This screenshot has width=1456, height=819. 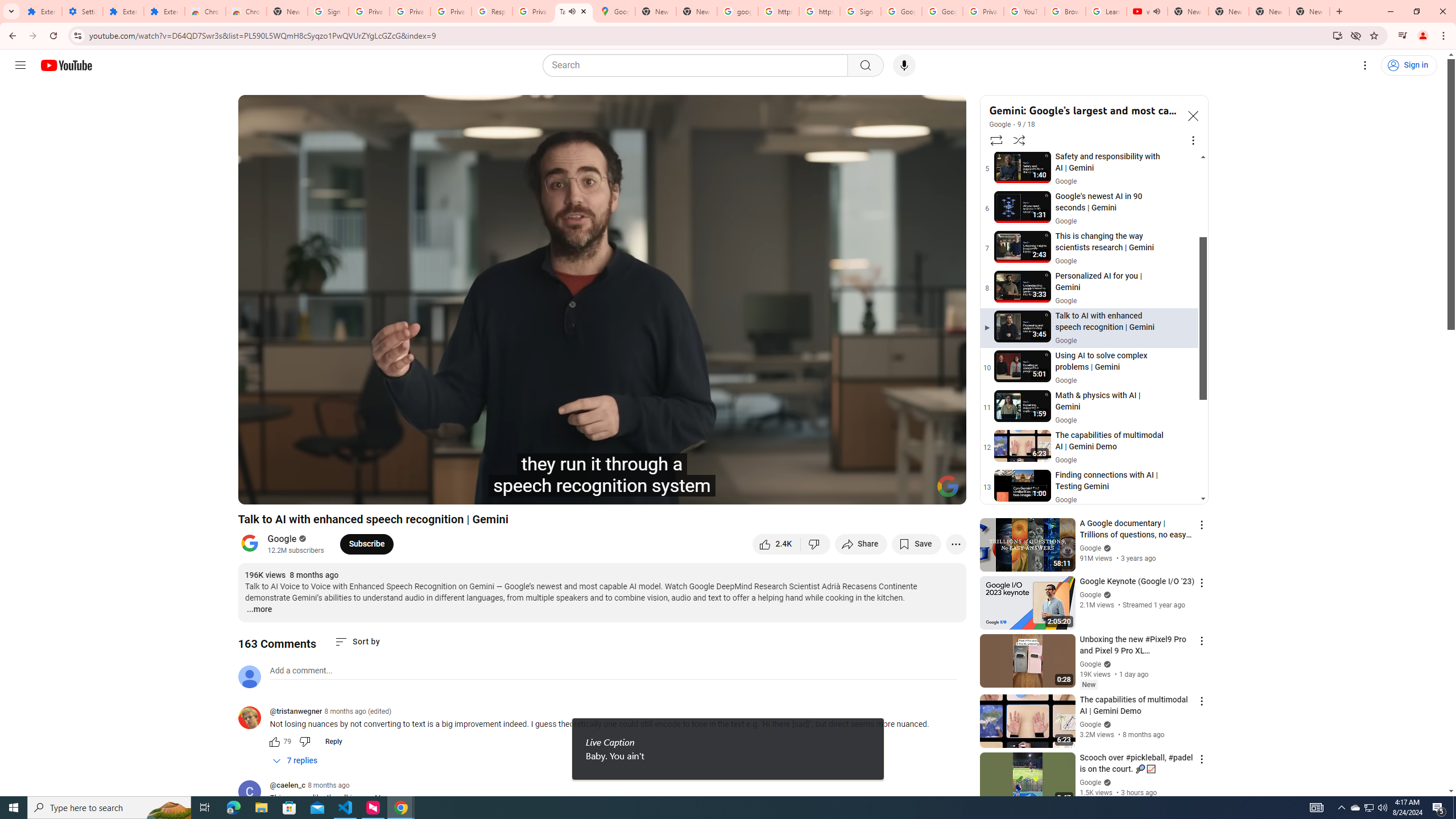 I want to click on 'Search with your voice', so click(x=904, y=65).